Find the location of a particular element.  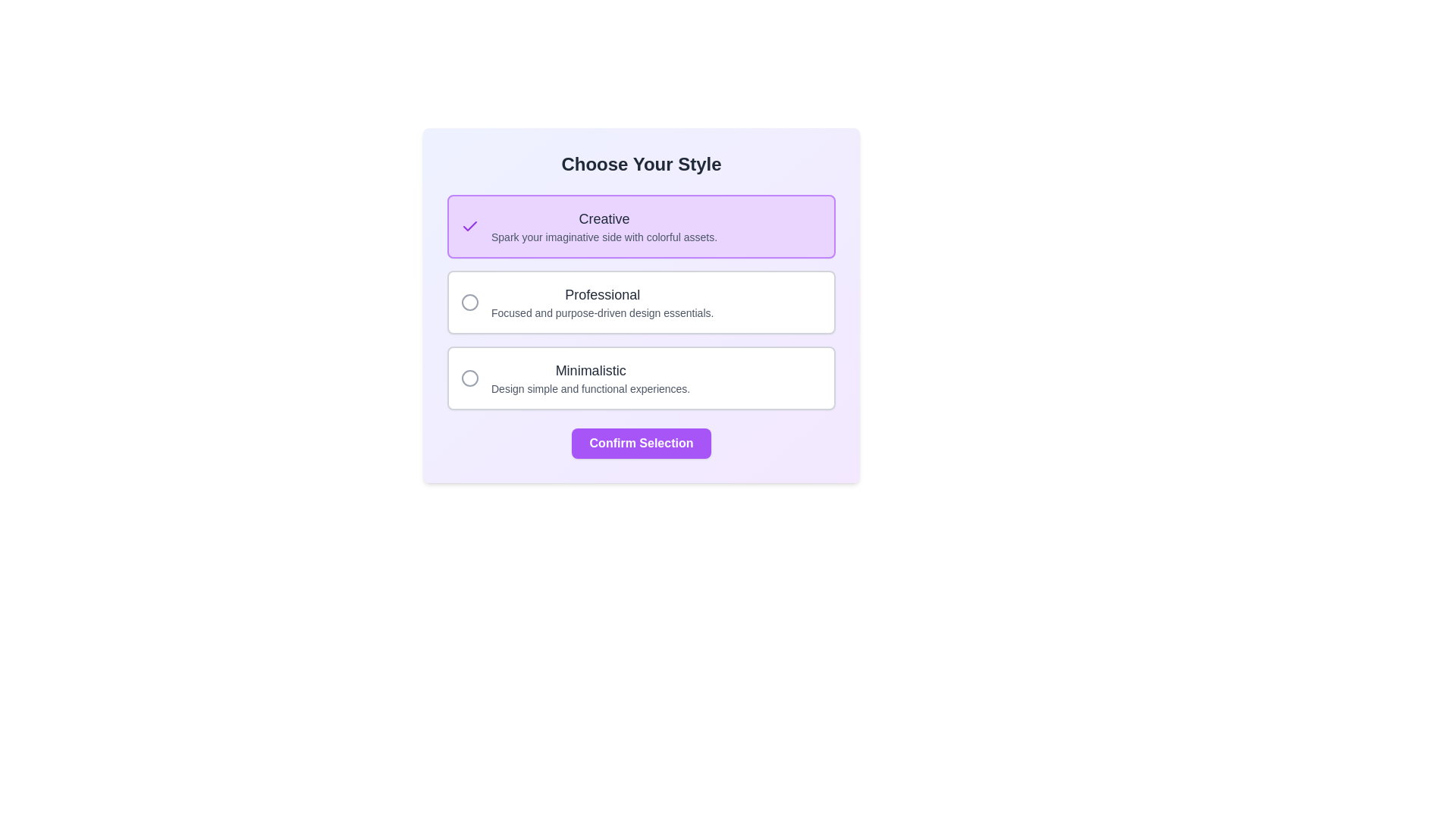

the main header text of the second option in the vertical list, which is positioned between 'Creative' and 'Minimalistic' is located at coordinates (601, 295).